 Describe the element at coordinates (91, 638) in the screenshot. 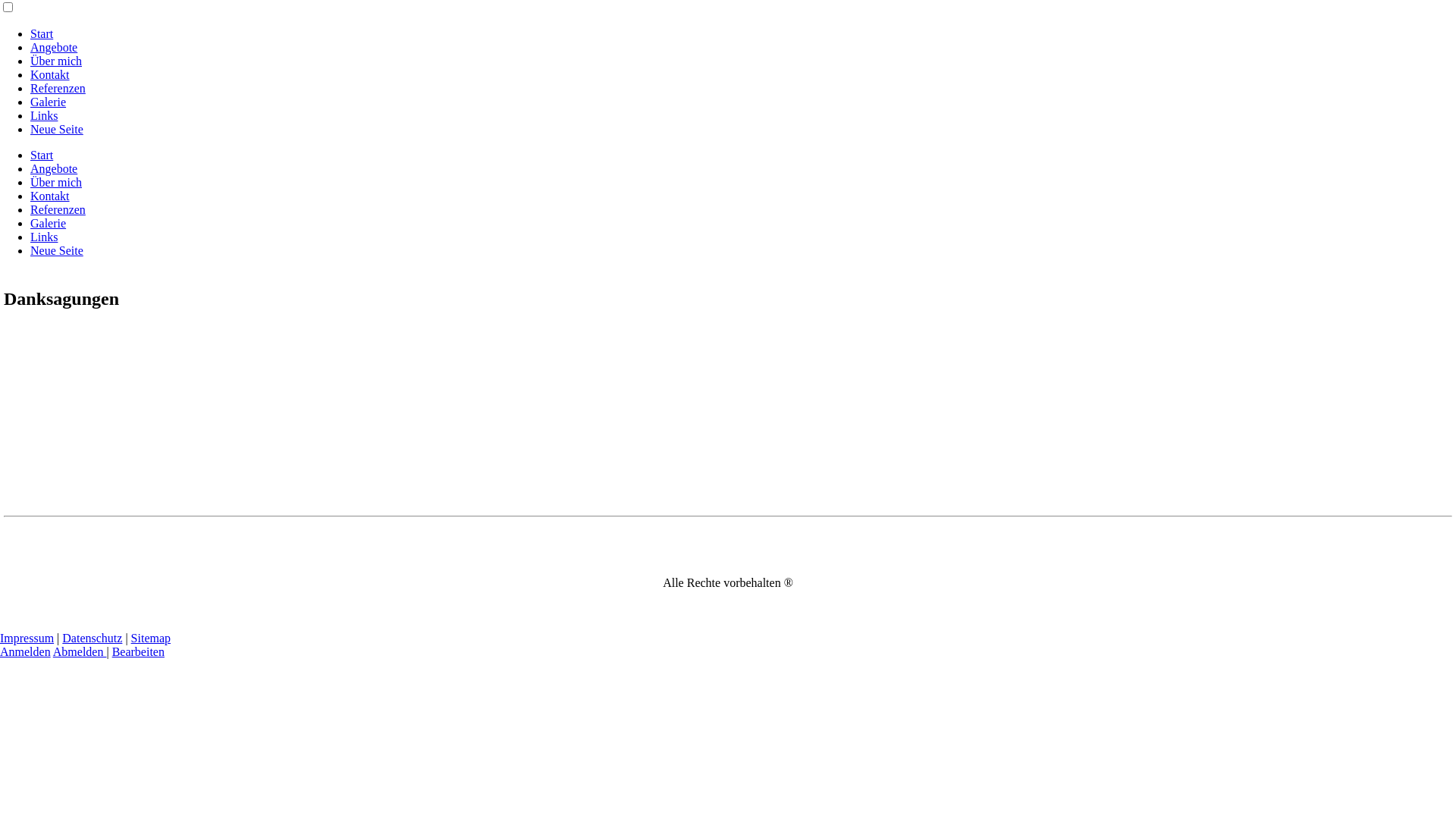

I see `'Datenschutz'` at that location.